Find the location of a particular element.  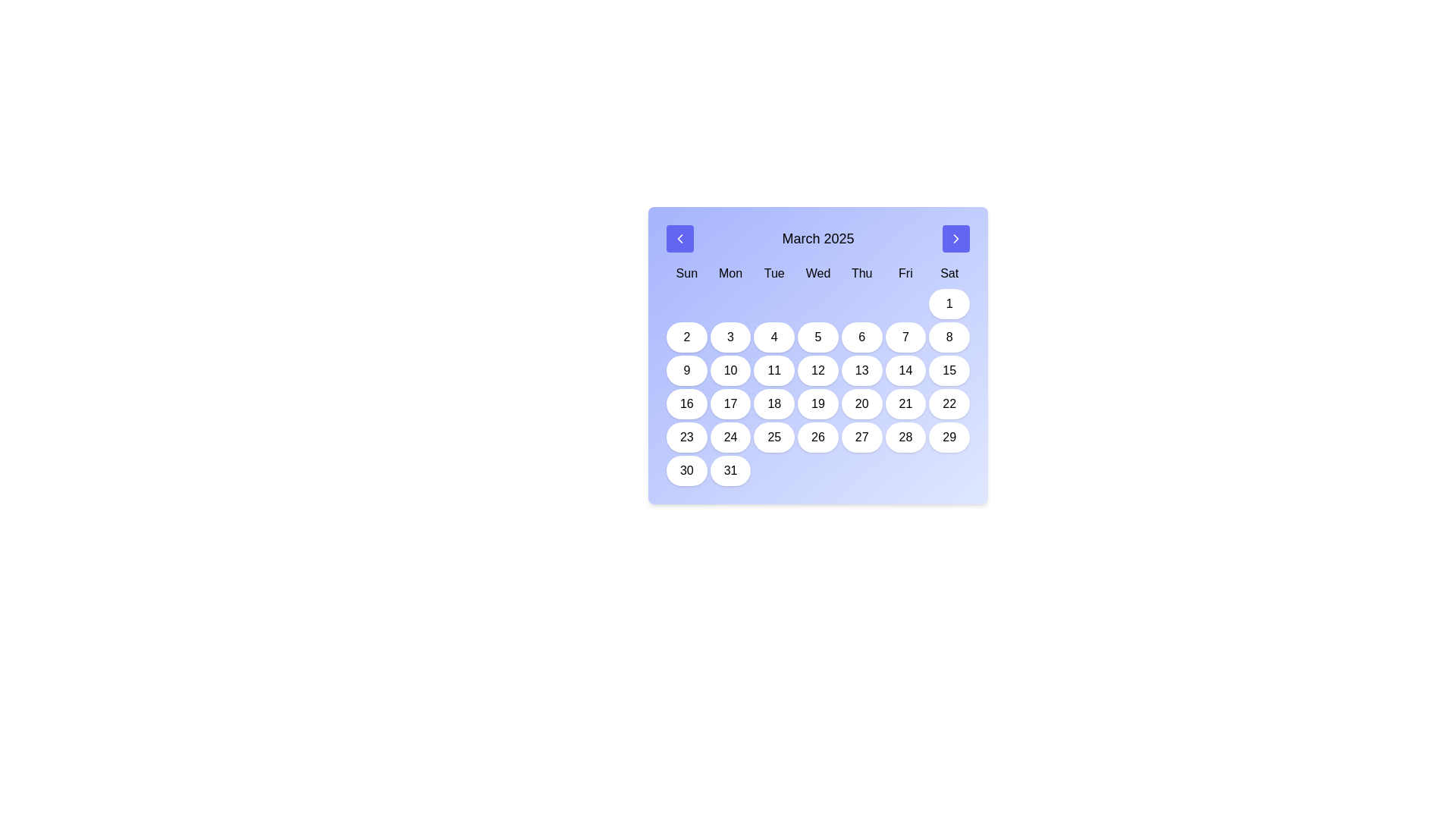

the 'Tuesday' text label in the calendar view, which is positioned in the third spot of a row of days, located underneath the month header is located at coordinates (774, 274).